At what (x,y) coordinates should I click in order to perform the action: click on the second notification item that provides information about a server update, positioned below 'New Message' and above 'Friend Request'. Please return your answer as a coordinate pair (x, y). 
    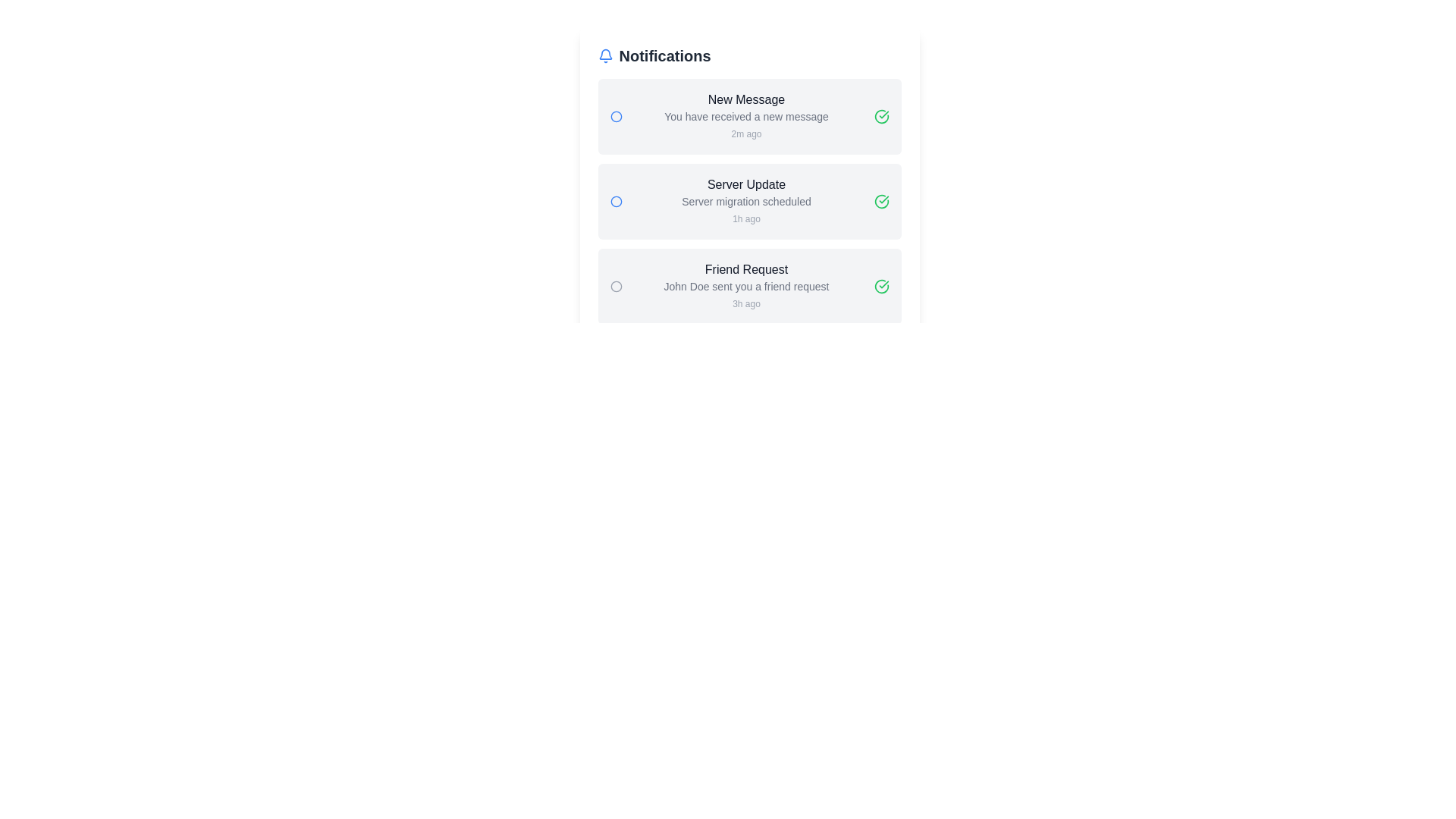
    Looking at the image, I should click on (746, 201).